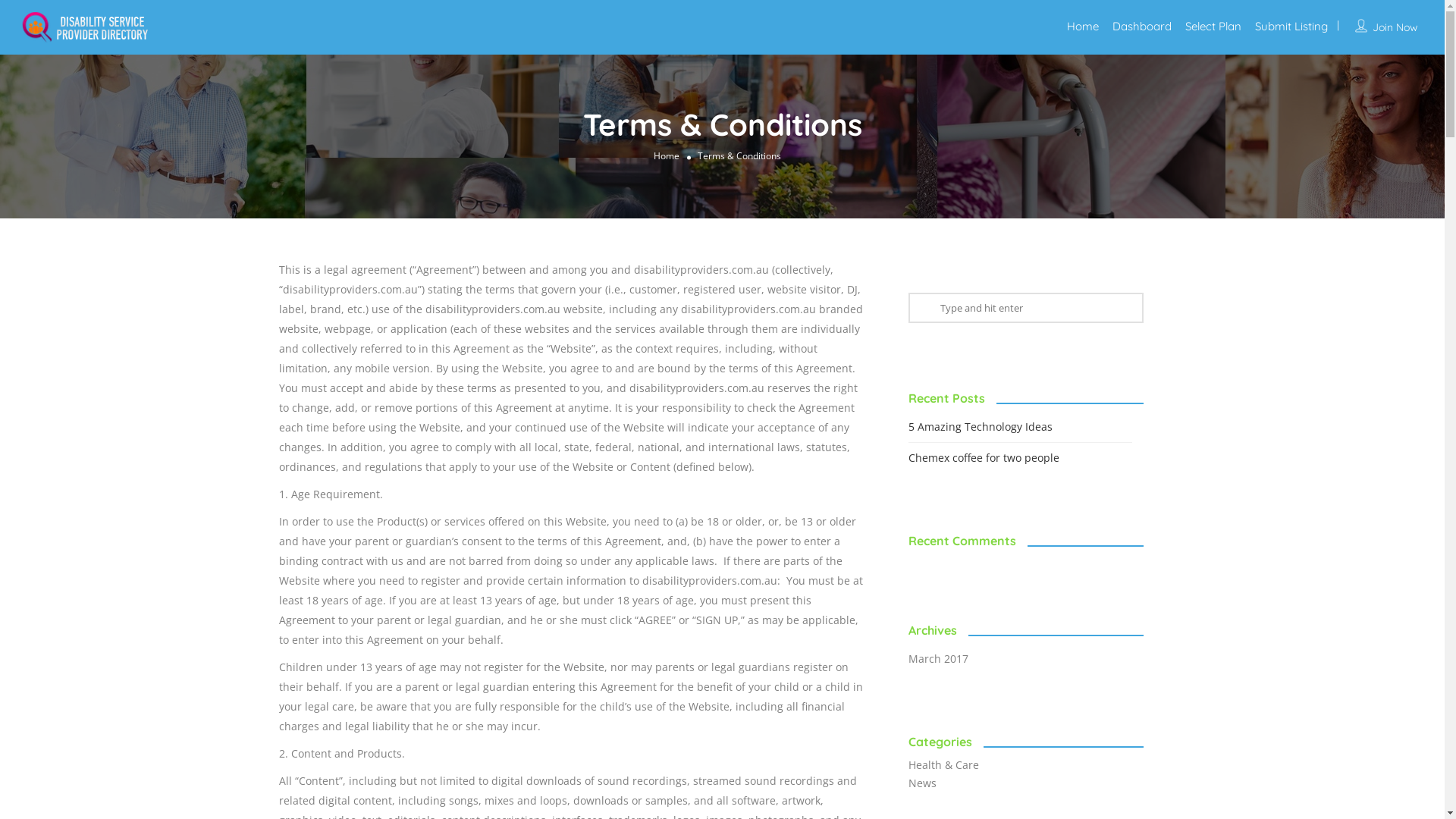  What do you see at coordinates (991, 457) in the screenshot?
I see `'Chemex coffee for two people'` at bounding box center [991, 457].